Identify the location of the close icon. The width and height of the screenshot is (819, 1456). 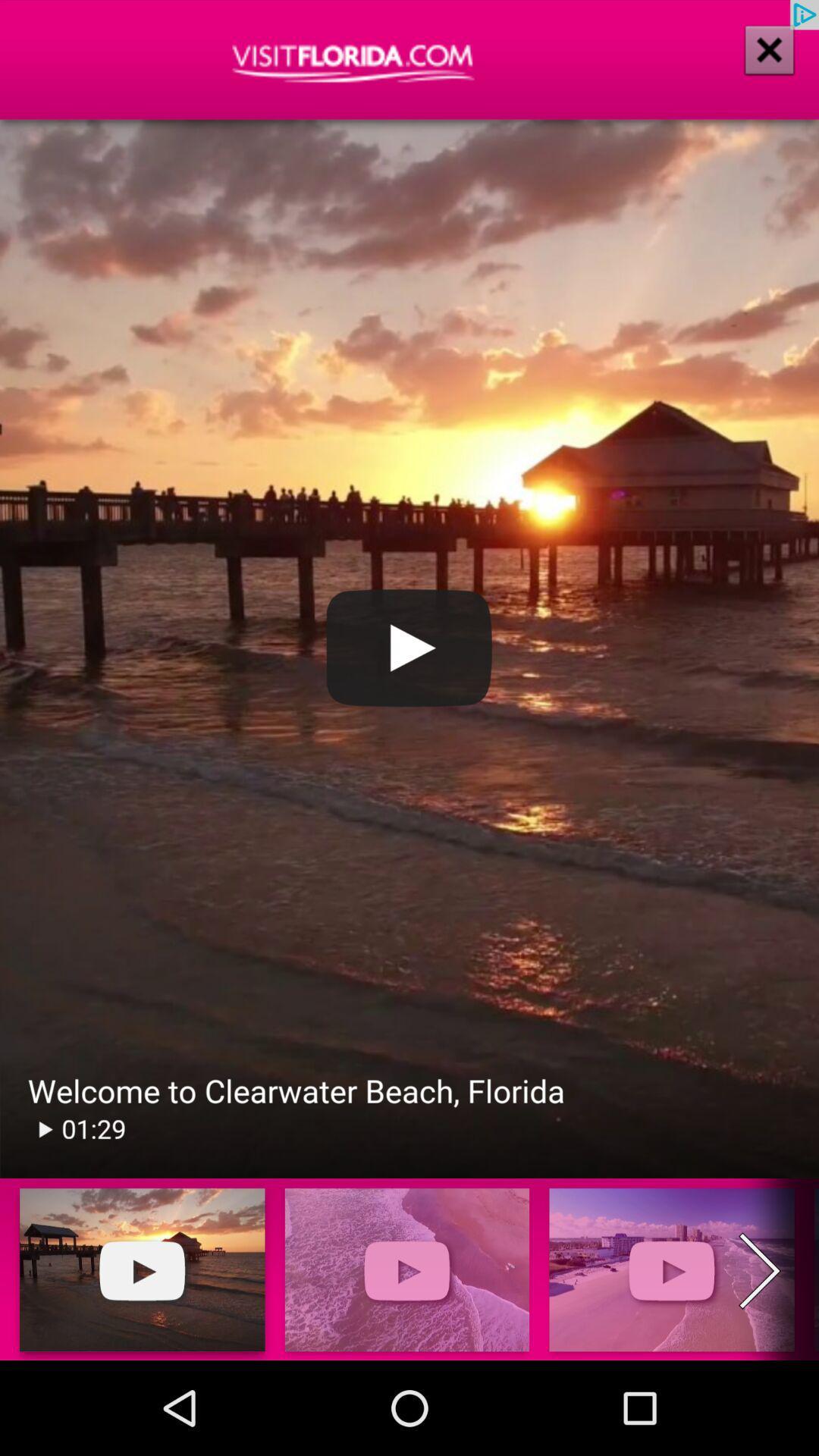
(769, 53).